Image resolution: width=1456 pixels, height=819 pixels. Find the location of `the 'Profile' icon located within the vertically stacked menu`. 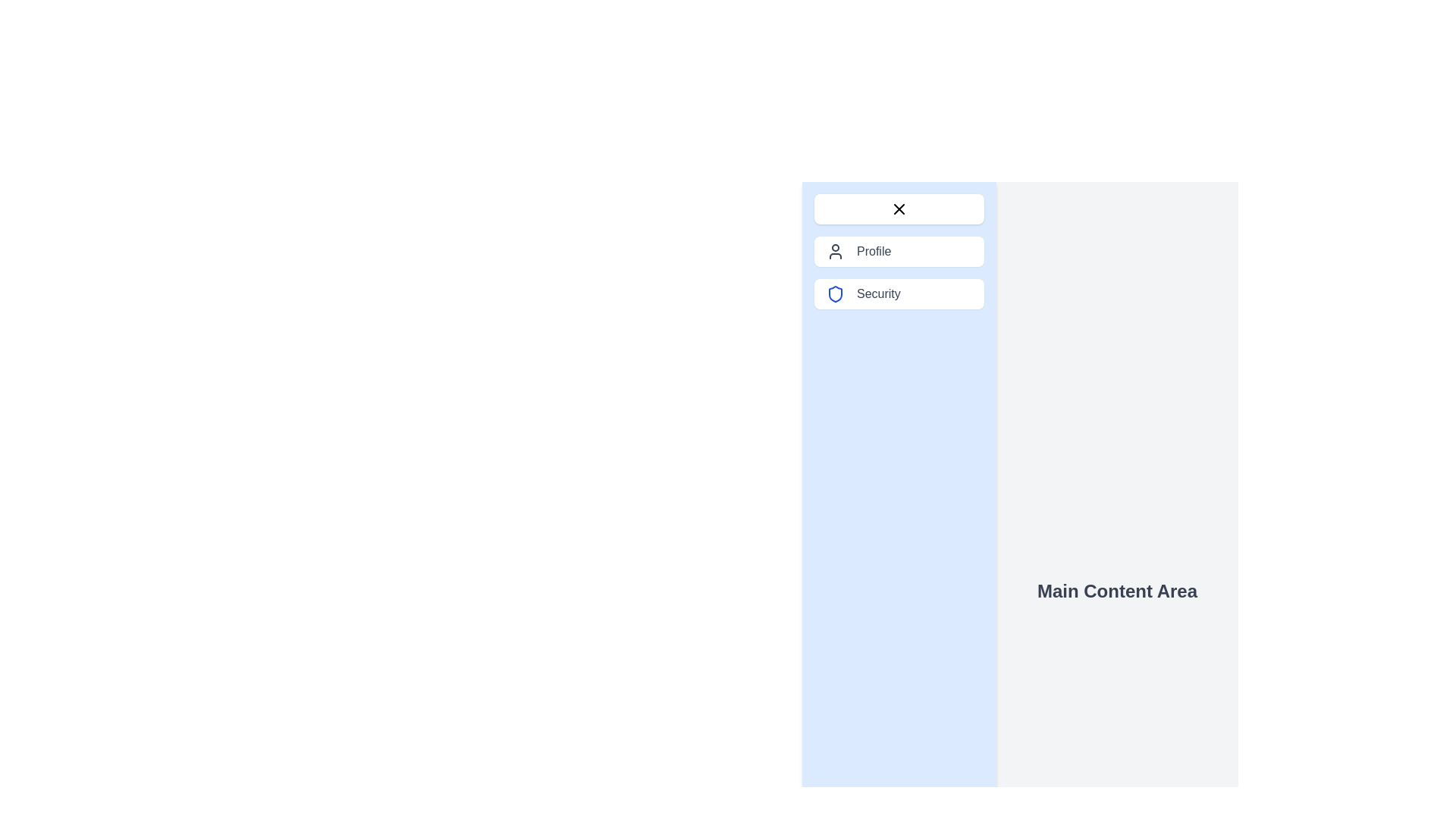

the 'Profile' icon located within the vertically stacked menu is located at coordinates (835, 250).